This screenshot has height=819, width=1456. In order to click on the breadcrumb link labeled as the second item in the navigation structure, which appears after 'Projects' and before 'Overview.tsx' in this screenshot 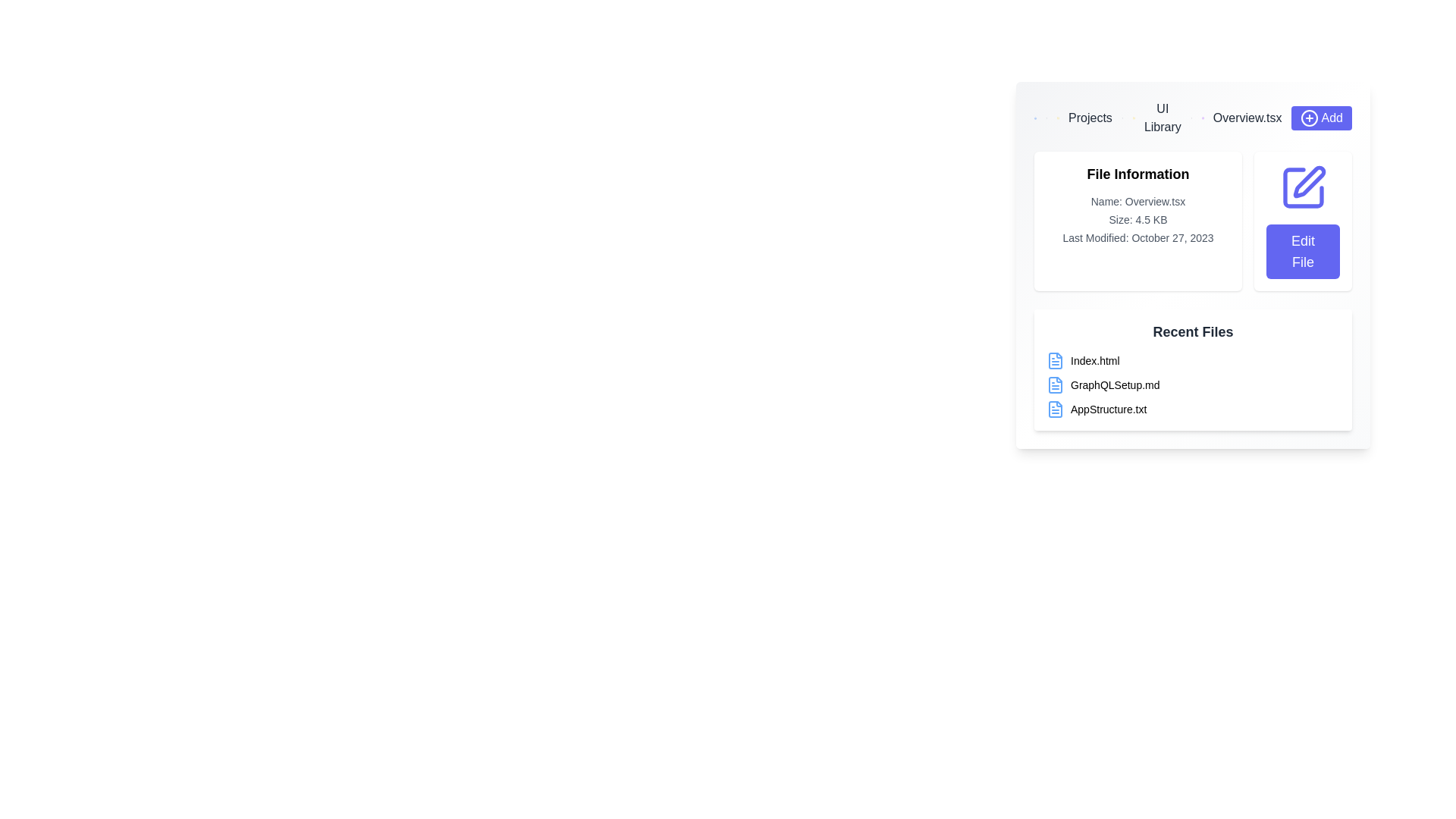, I will do `click(1162, 117)`.